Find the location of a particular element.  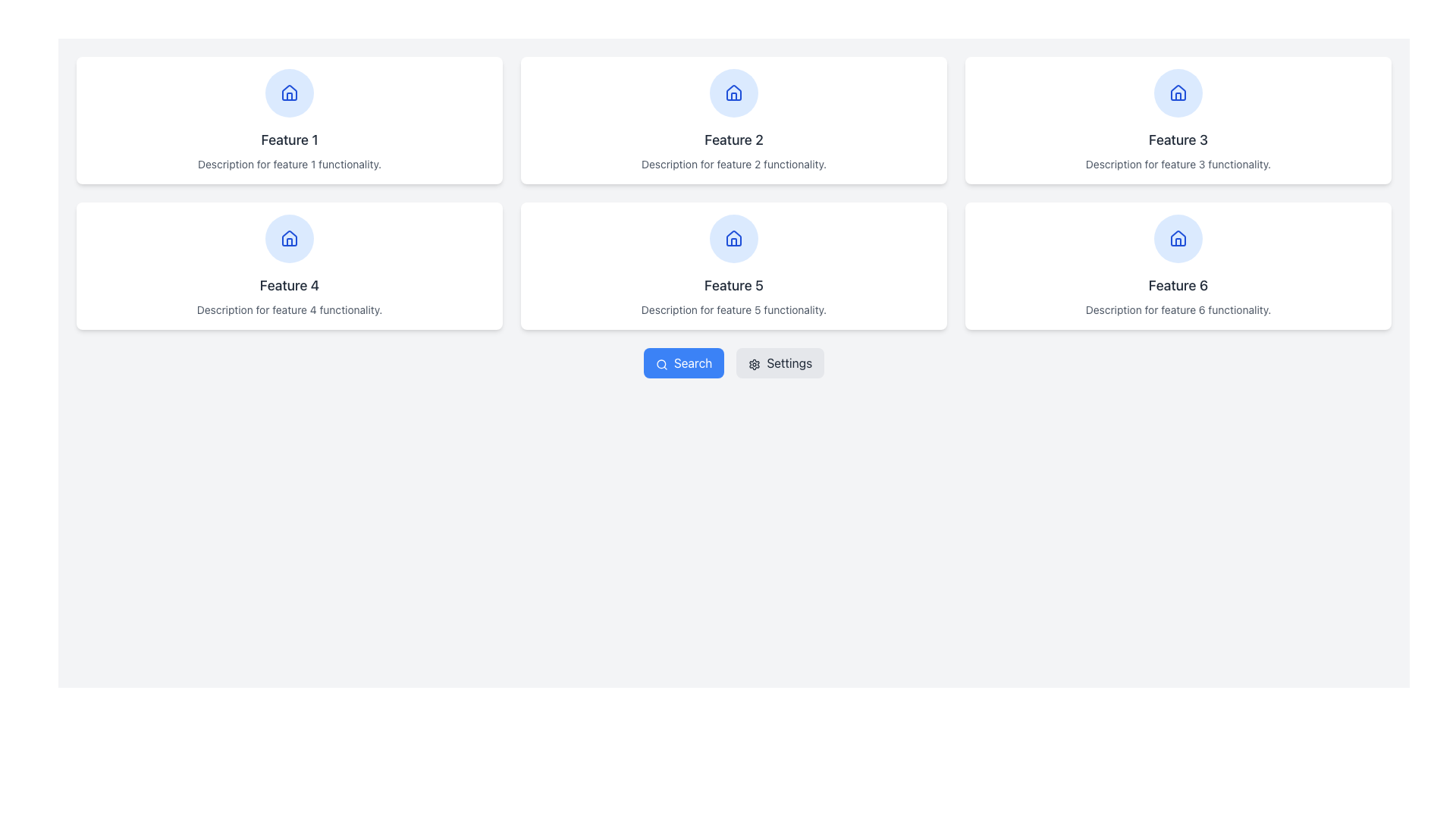

the graphical icon representing 'home' within the circular blue background located in the top-left feature panel labeled 'Feature 1' is located at coordinates (290, 93).